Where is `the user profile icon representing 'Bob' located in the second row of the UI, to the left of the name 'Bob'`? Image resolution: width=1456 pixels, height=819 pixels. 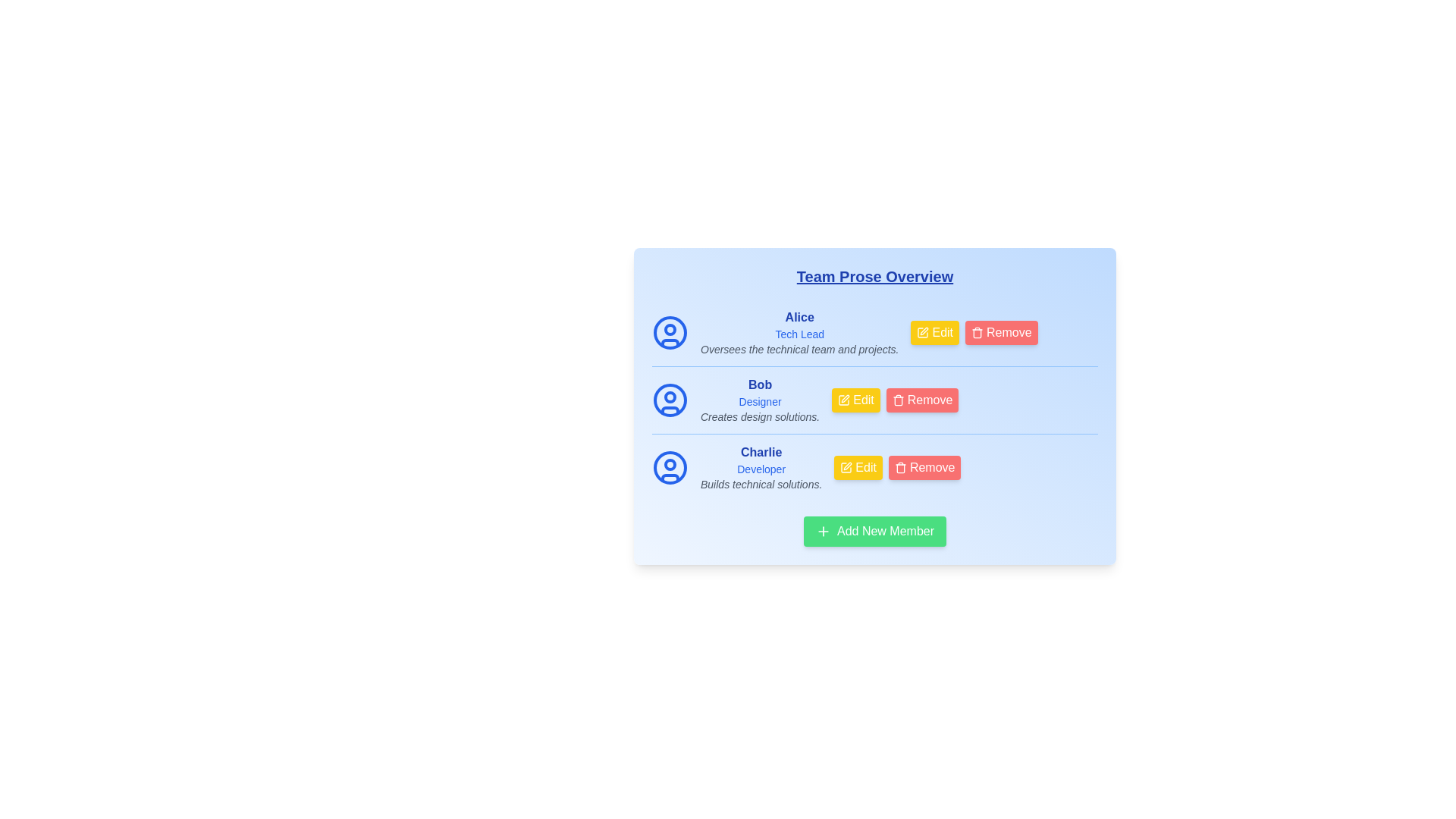 the user profile icon representing 'Bob' located in the second row of the UI, to the left of the name 'Bob' is located at coordinates (669, 400).